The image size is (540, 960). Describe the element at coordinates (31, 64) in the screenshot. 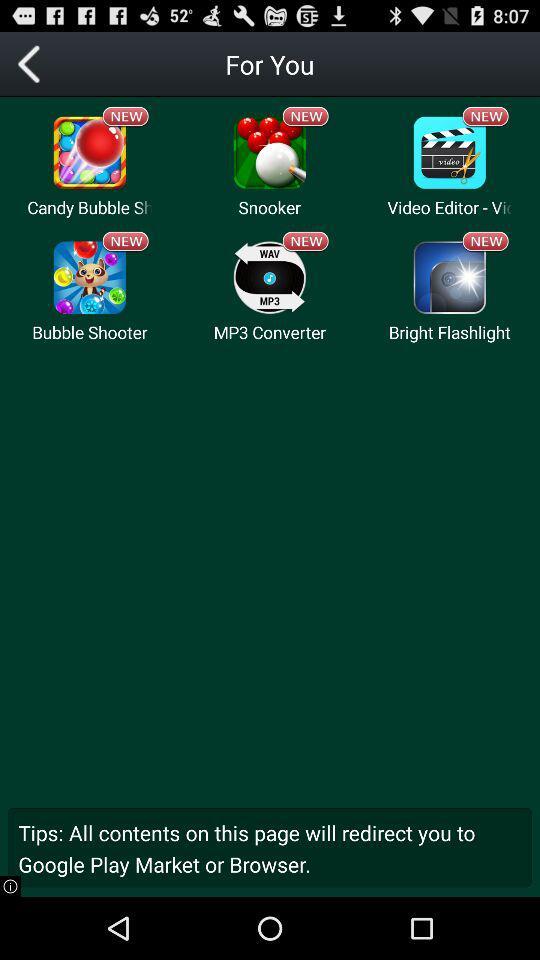

I see `go back` at that location.